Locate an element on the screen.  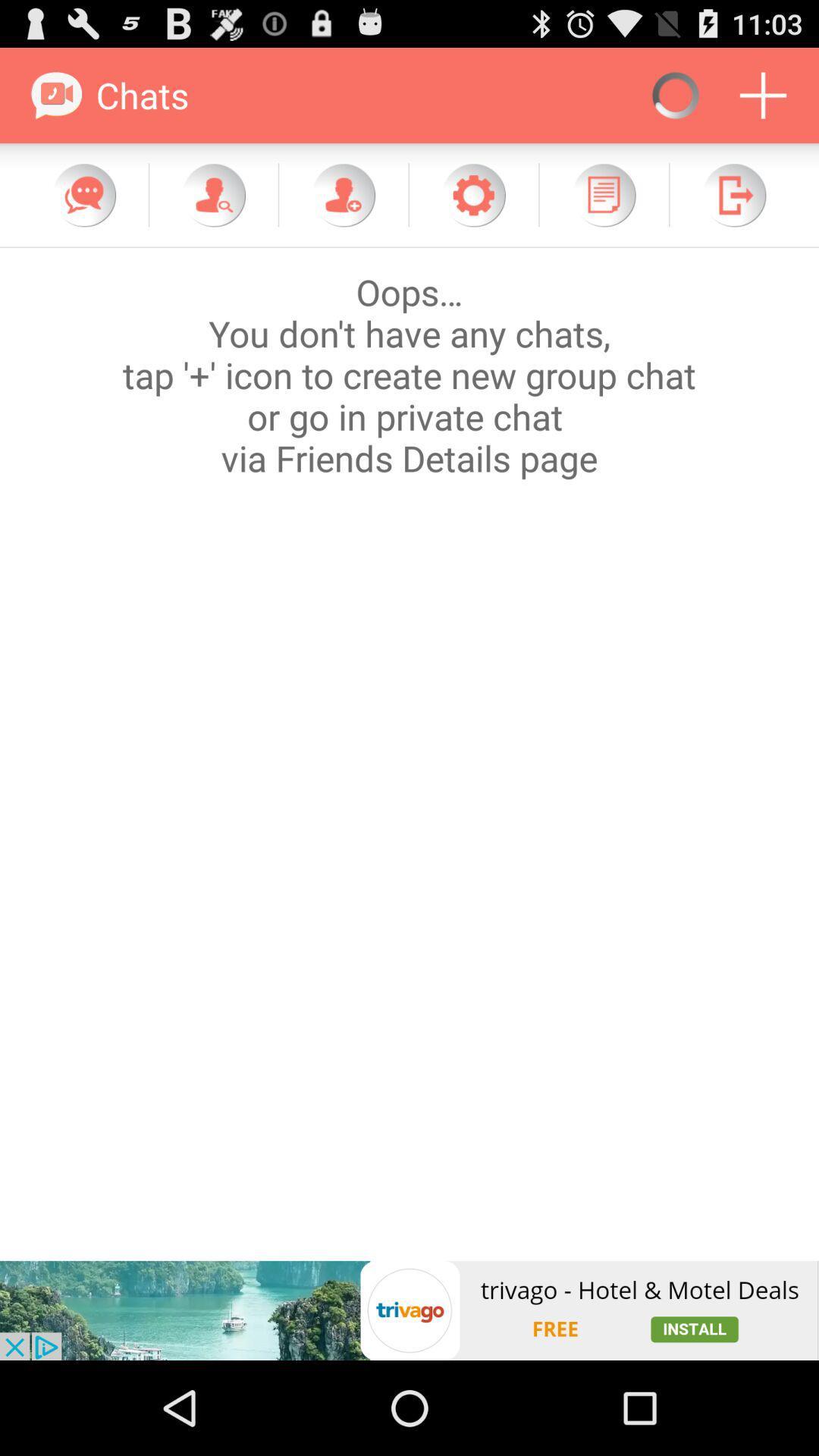
the follow icon is located at coordinates (343, 208).